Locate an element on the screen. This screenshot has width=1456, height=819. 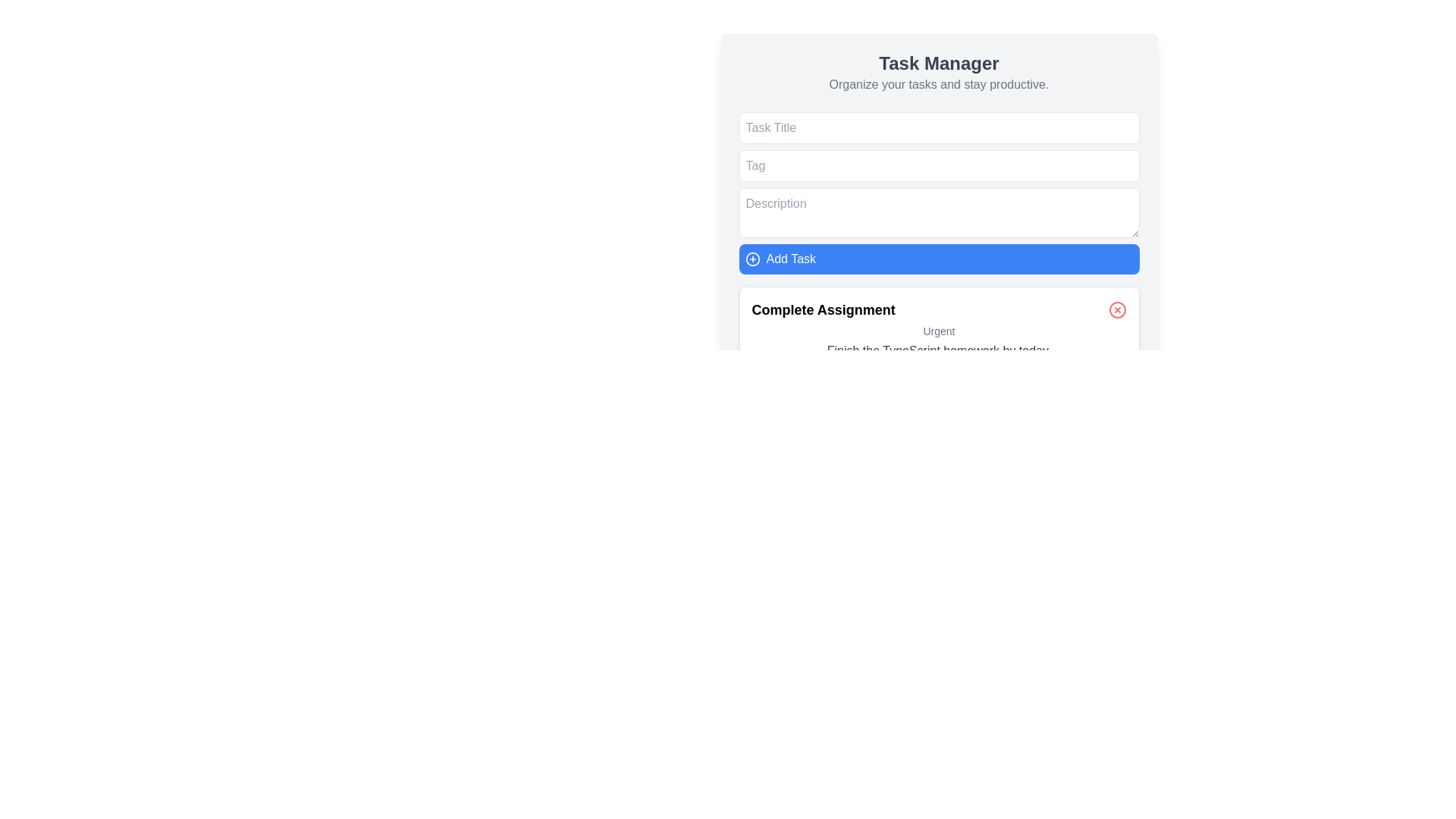
the Text block that serves as the header for the task manager interface, located at the top of a rectangular card with a light gray background is located at coordinates (938, 73).